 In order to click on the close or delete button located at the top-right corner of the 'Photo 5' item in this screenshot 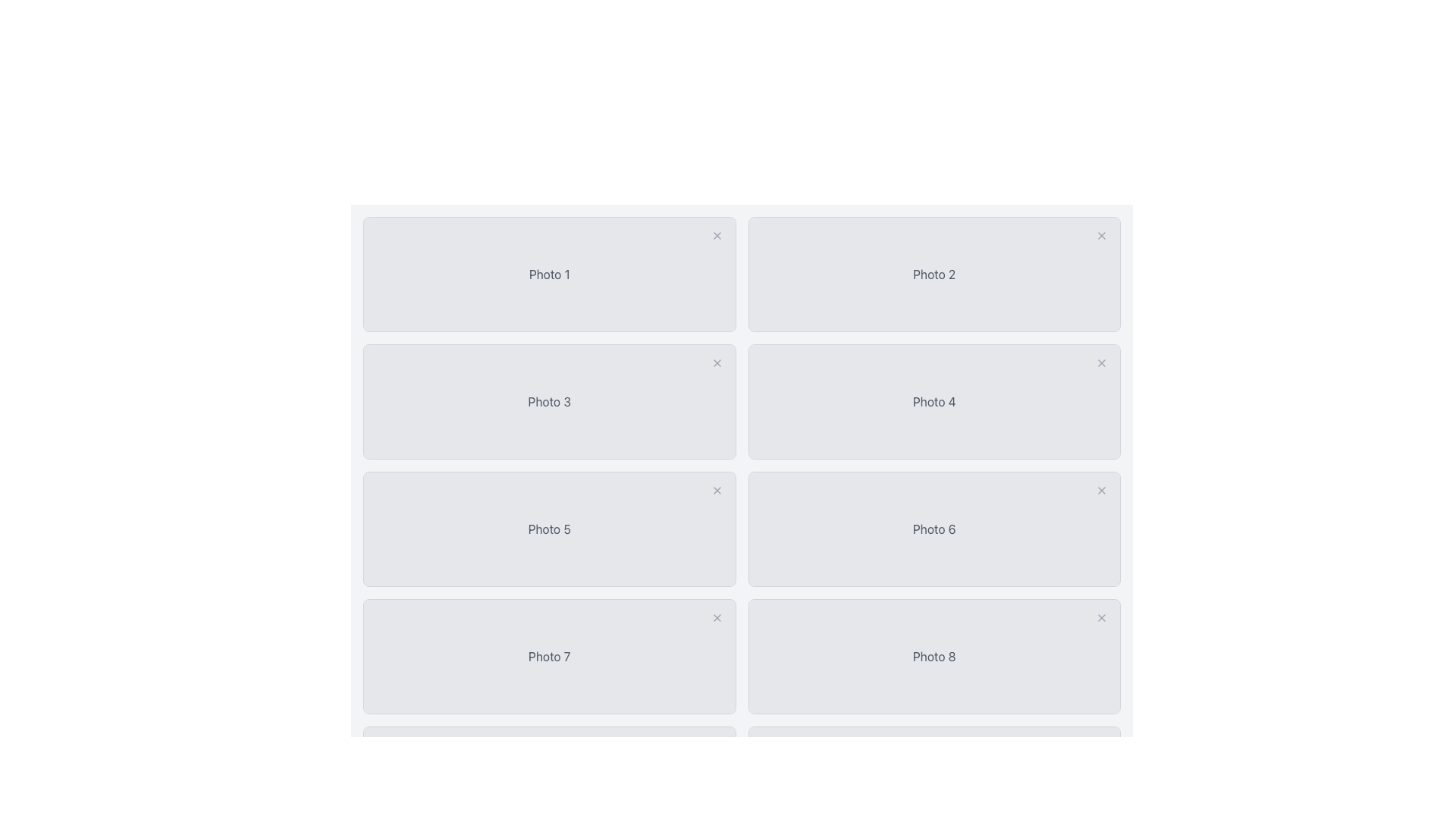, I will do `click(716, 491)`.